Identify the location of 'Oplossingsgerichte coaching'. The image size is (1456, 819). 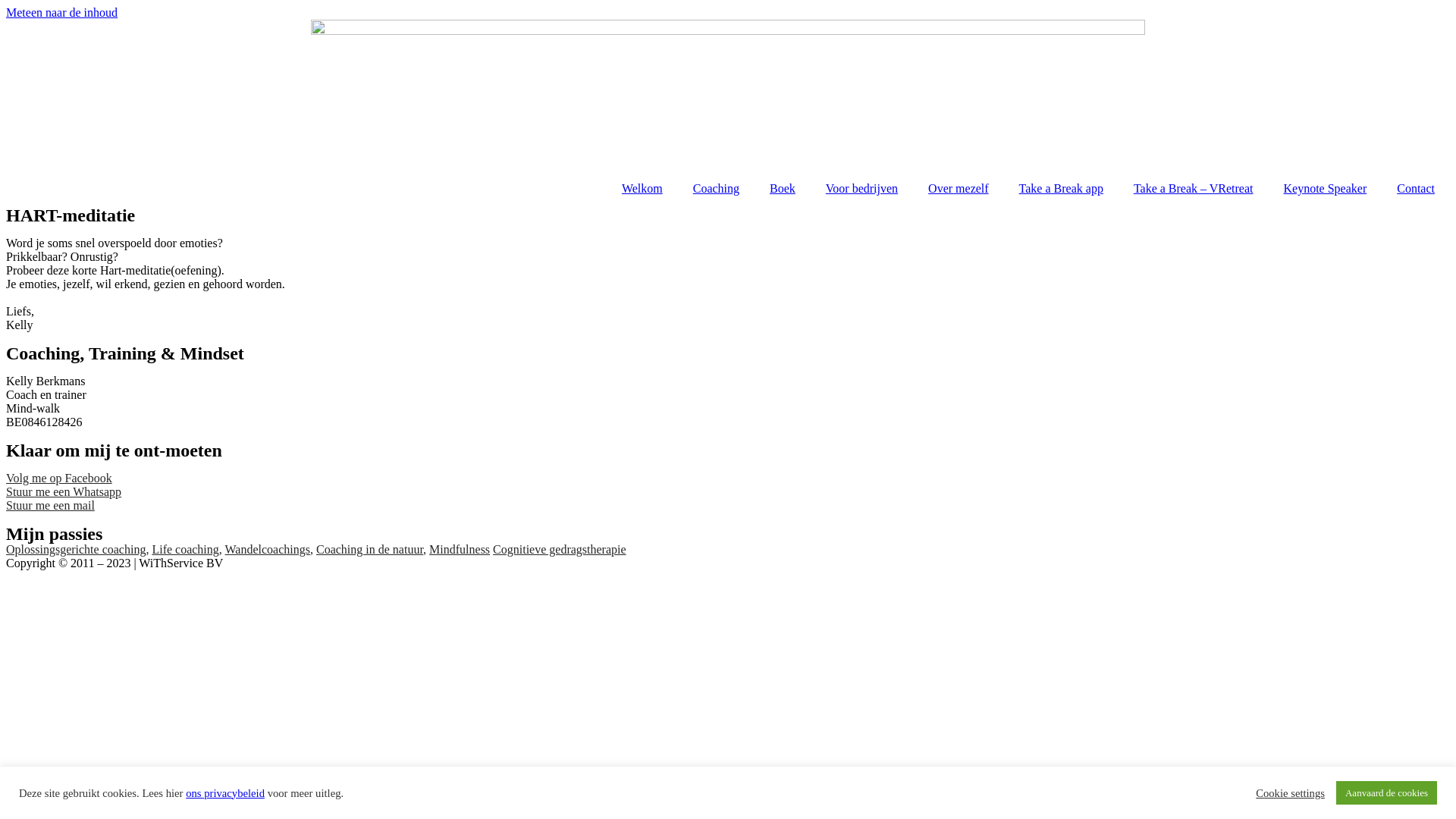
(75, 549).